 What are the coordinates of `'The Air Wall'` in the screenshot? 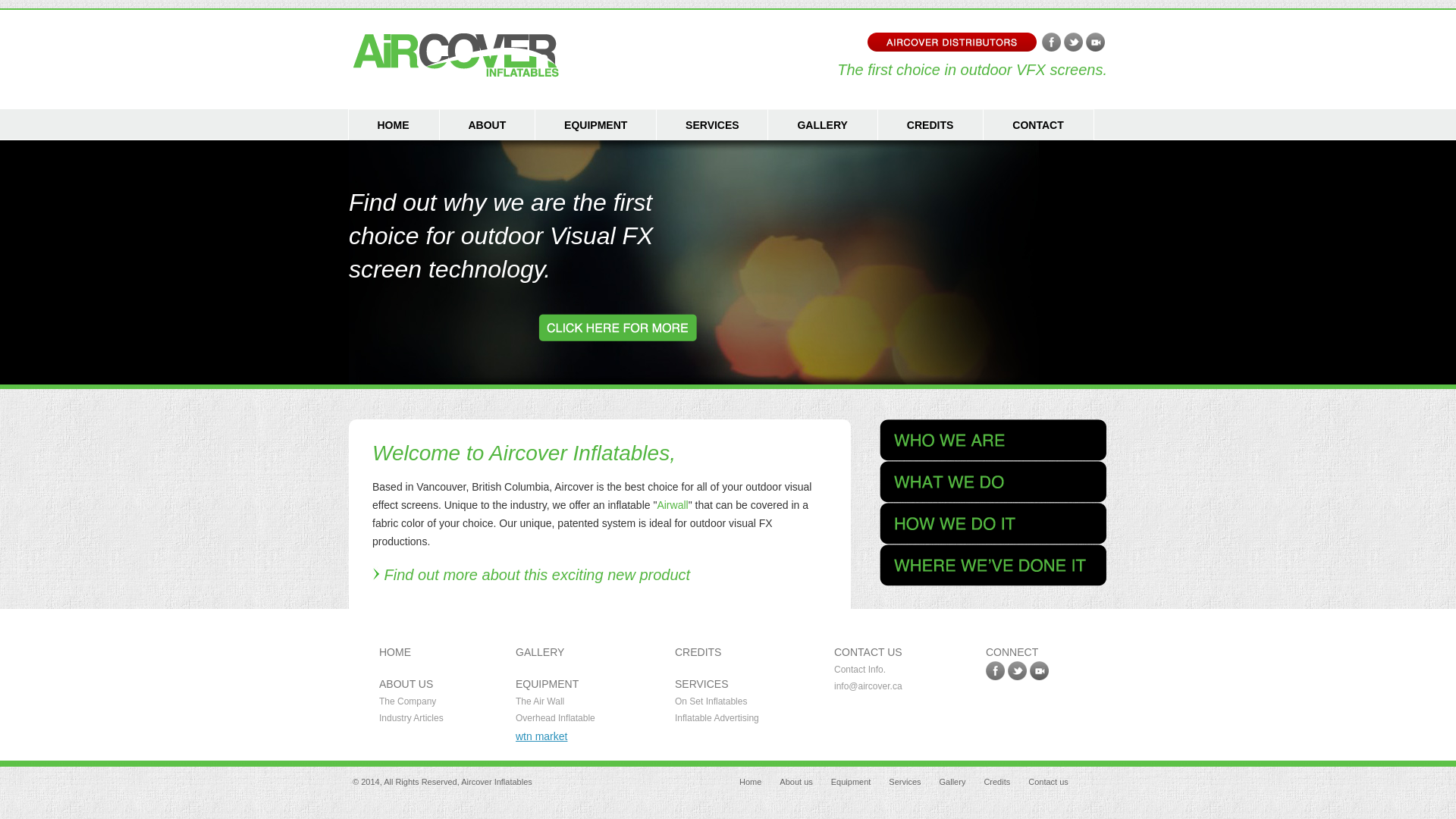 It's located at (516, 701).